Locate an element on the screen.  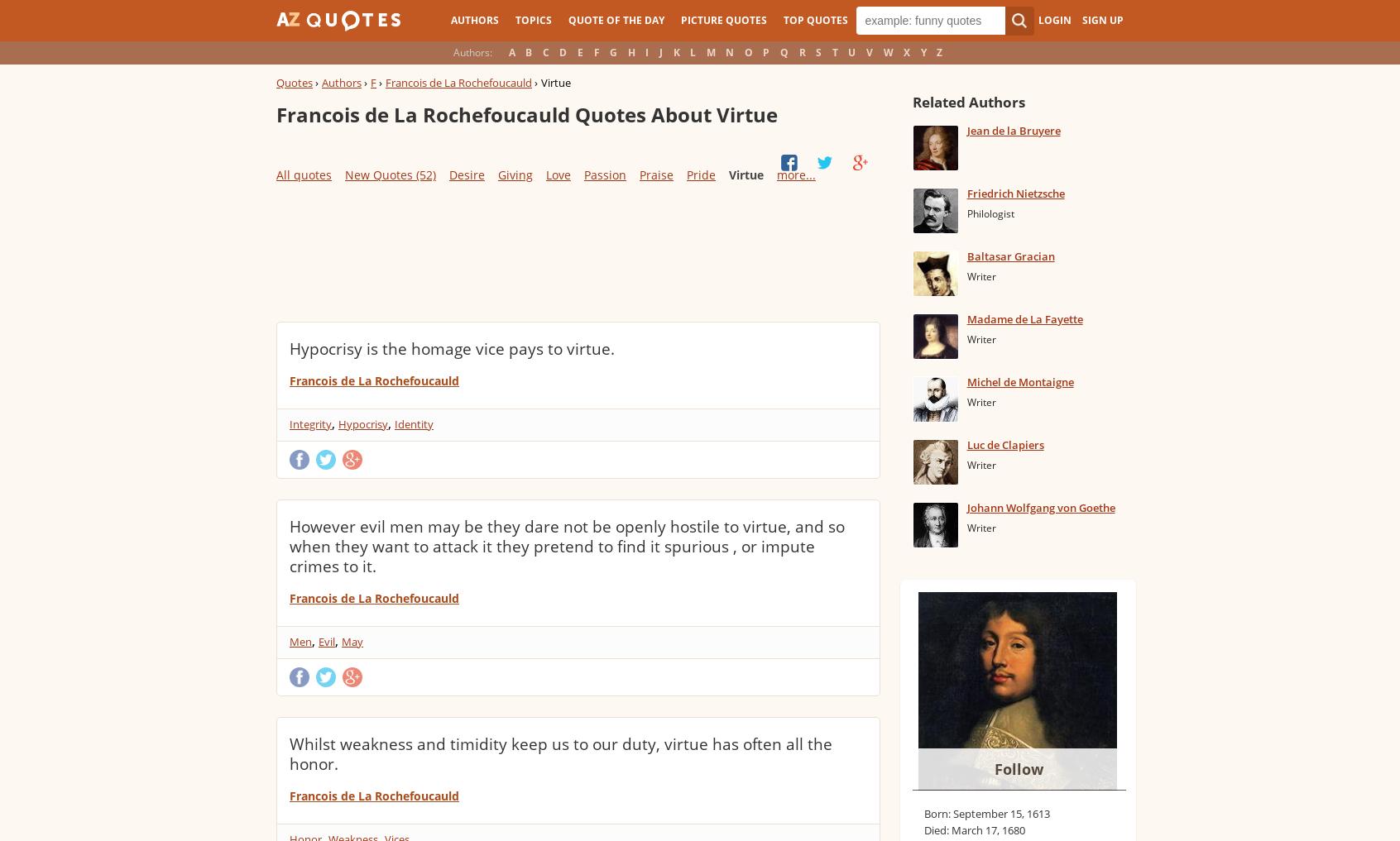
'Michel de Montaigne' is located at coordinates (1019, 381).